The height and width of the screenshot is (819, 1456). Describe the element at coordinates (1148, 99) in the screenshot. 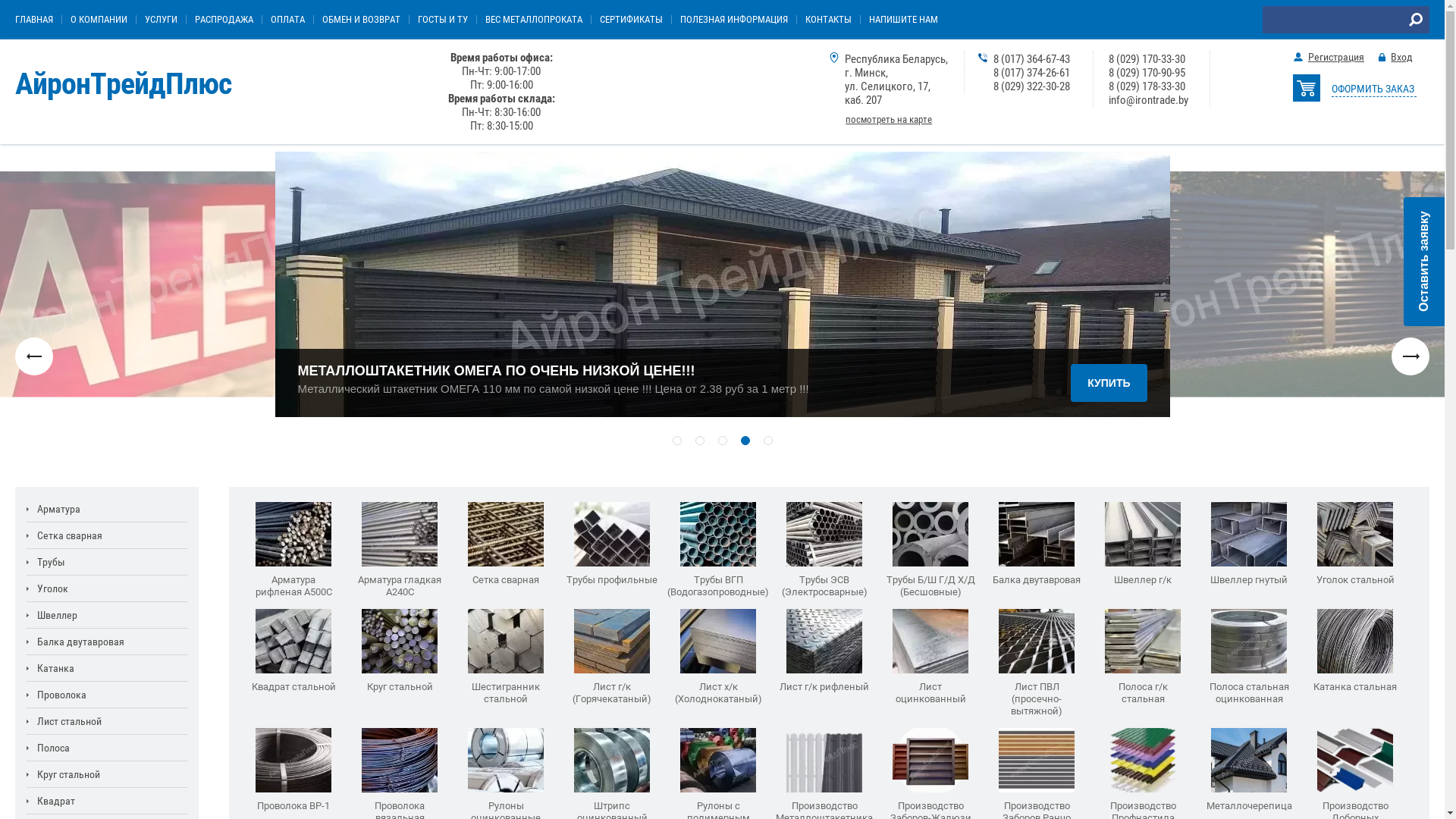

I see `'info@irontrade.by'` at that location.